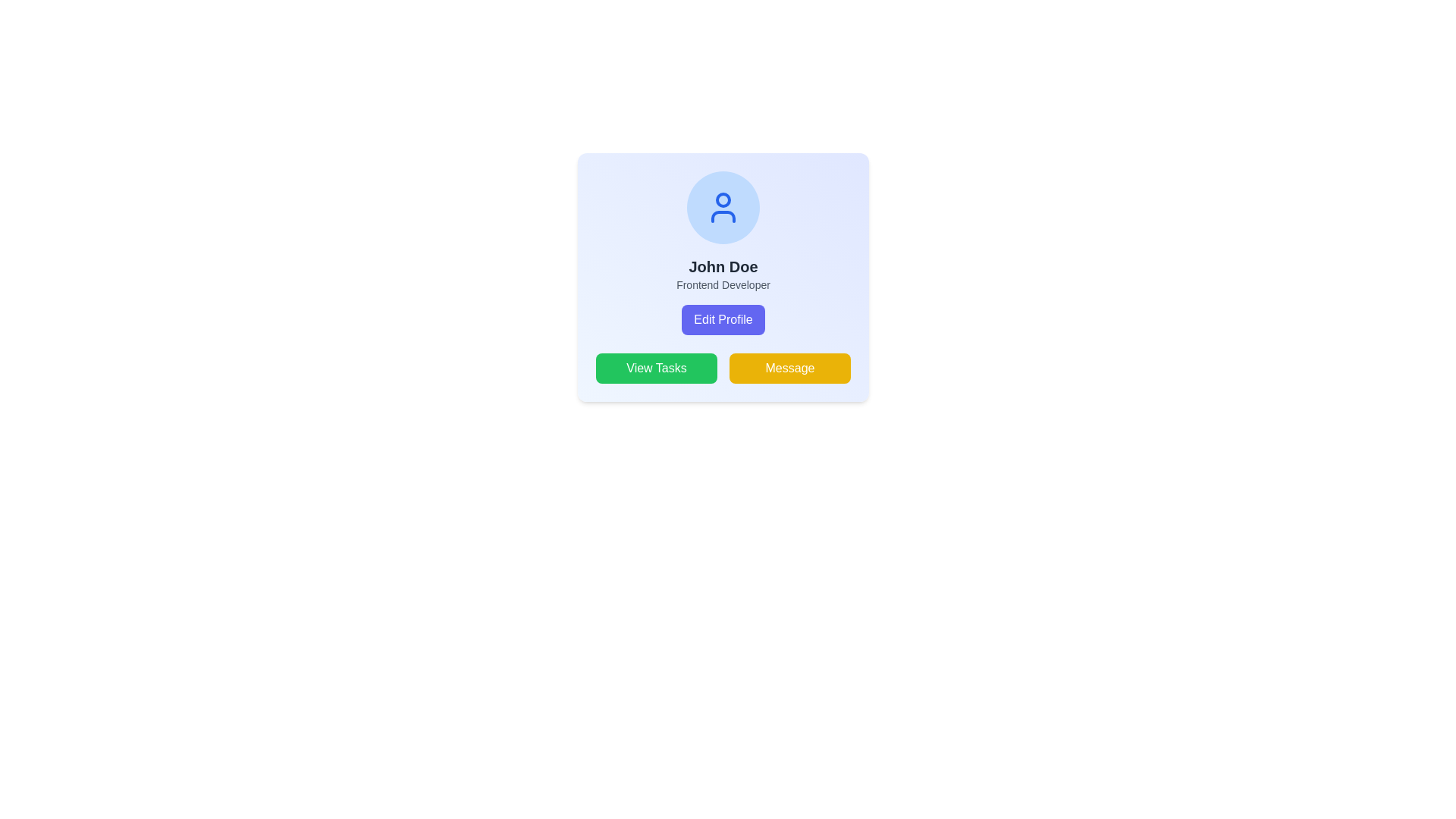 The width and height of the screenshot is (1456, 819). I want to click on the decorative circle element of the 'user' icon, which represents a head or face, located at the upper section of the icon, so click(723, 199).